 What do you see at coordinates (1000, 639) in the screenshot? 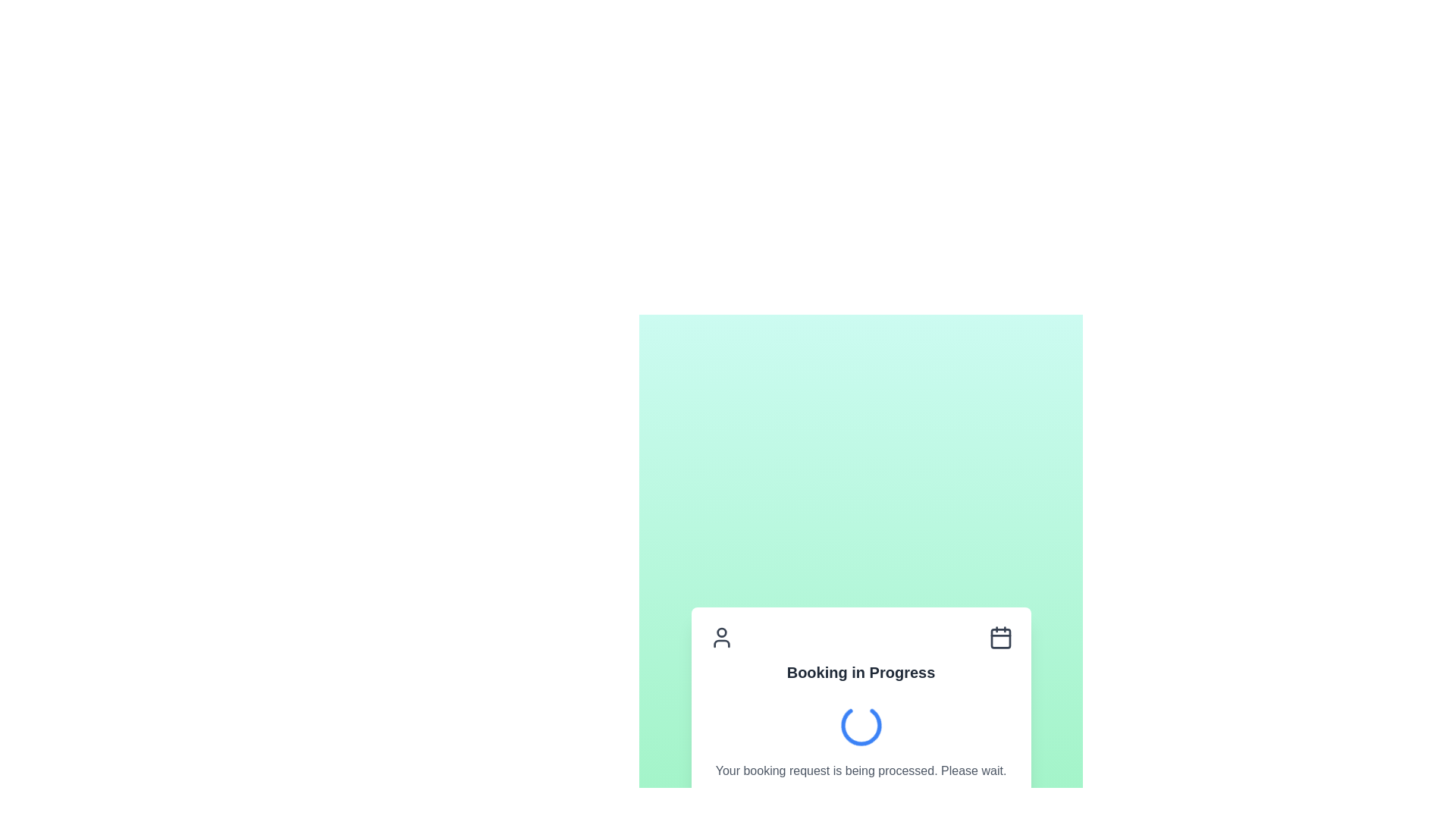
I see `the rounded rectangle icon decoration located in the top-right corner of the card, which is centered within the calendar icon` at bounding box center [1000, 639].